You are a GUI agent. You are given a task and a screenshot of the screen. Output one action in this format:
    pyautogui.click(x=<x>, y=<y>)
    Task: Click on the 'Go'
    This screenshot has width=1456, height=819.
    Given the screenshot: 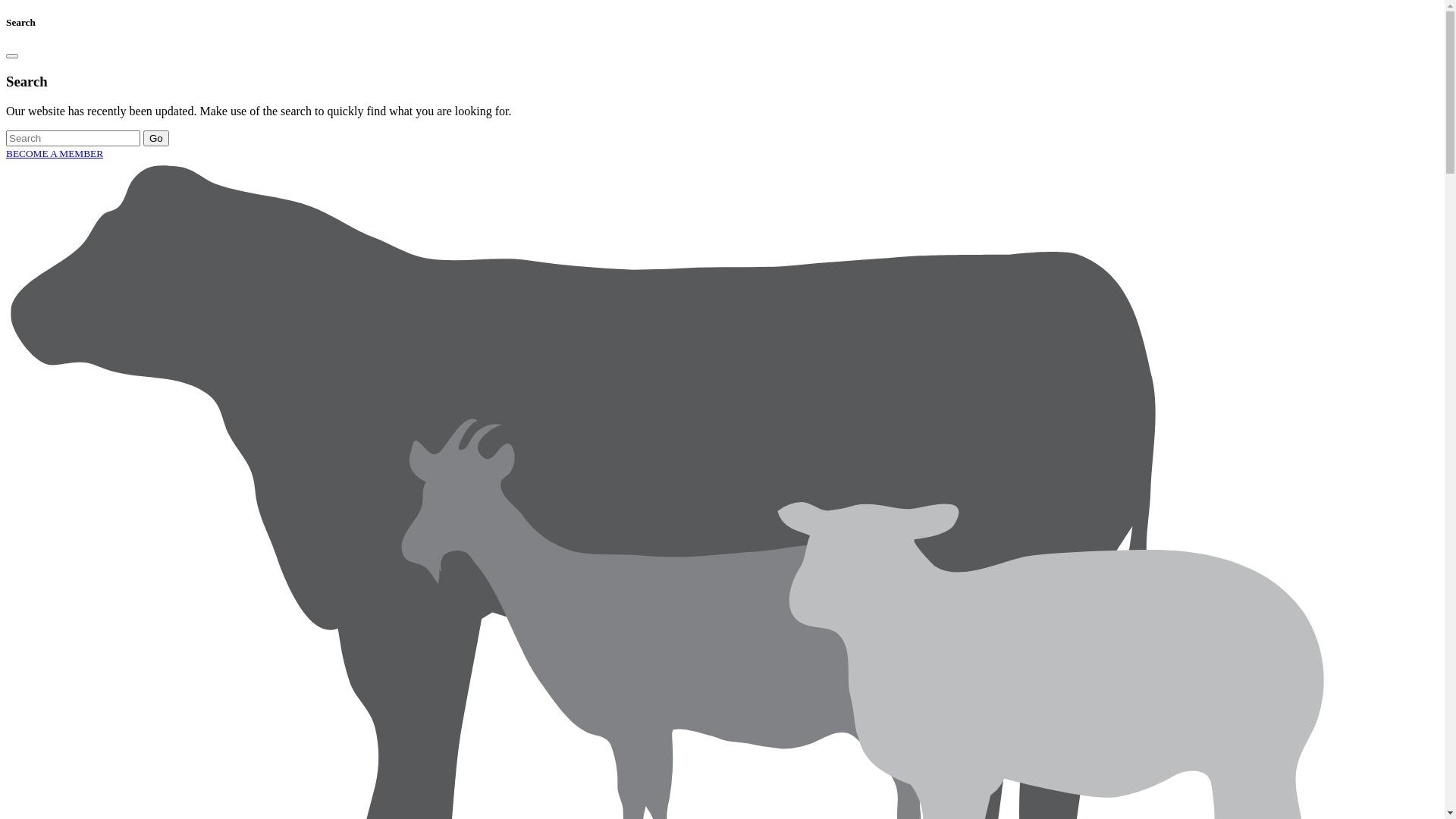 What is the action you would take?
    pyautogui.click(x=156, y=138)
    